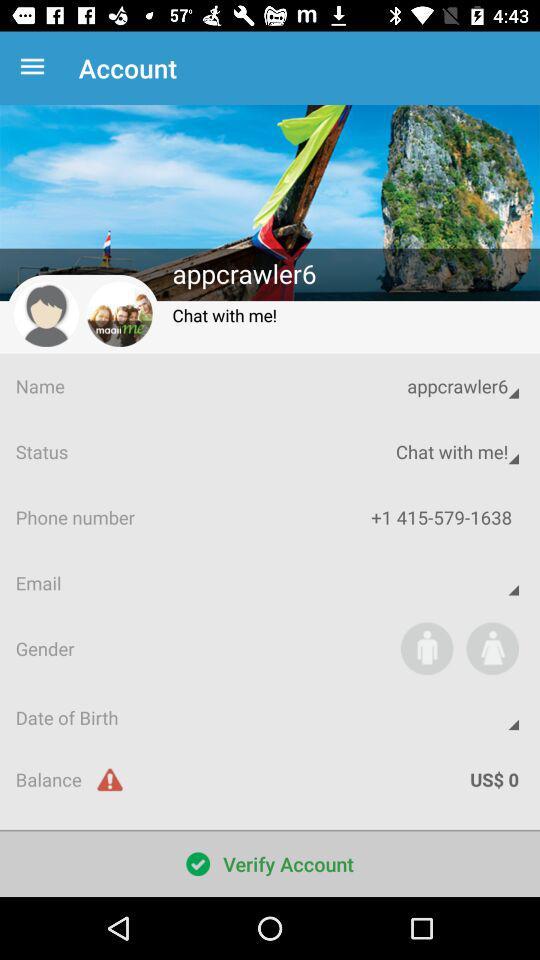 The height and width of the screenshot is (960, 540). What do you see at coordinates (426, 647) in the screenshot?
I see `indicate that you are male on your profile` at bounding box center [426, 647].